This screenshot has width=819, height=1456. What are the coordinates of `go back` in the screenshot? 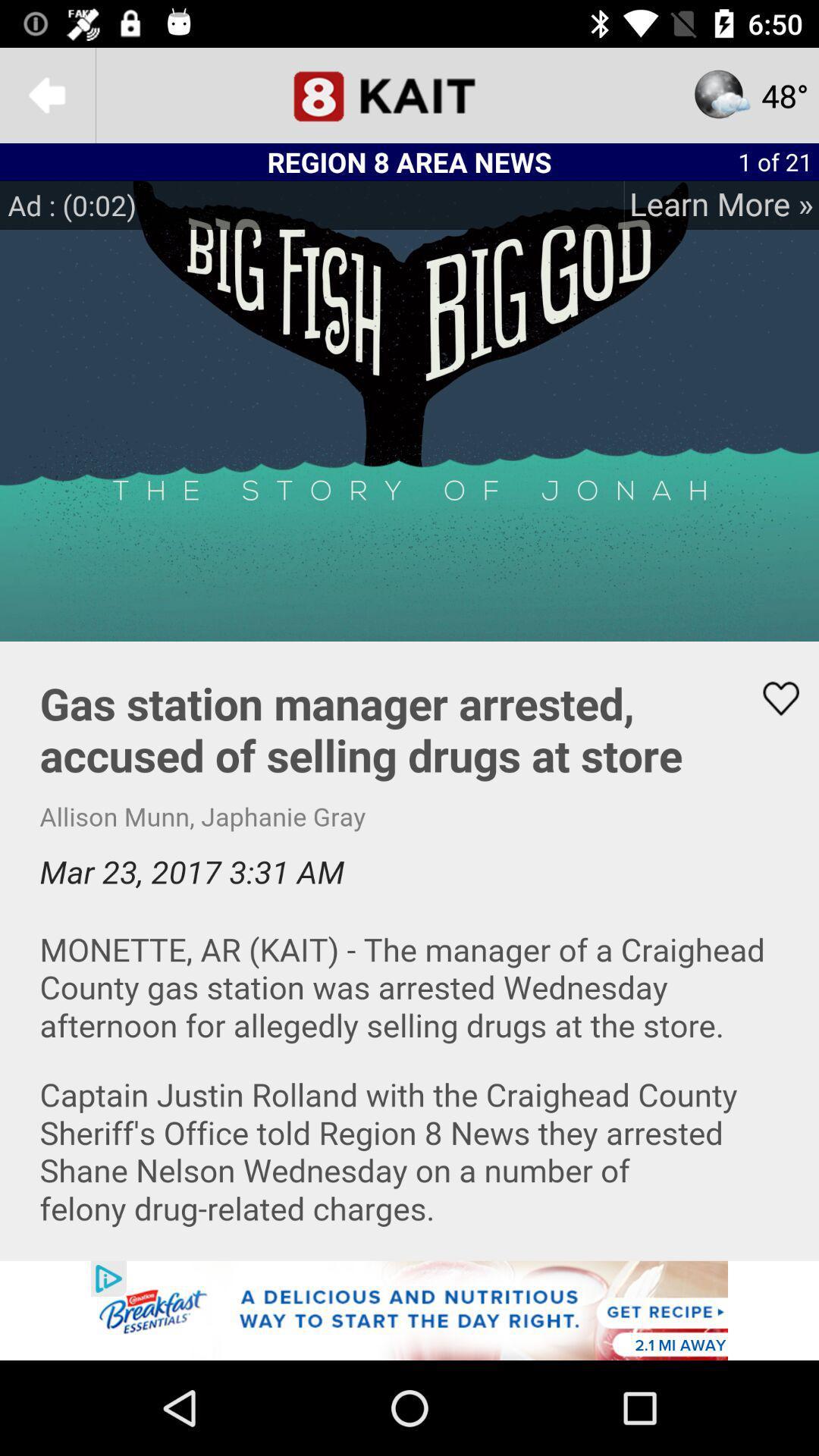 It's located at (46, 94).